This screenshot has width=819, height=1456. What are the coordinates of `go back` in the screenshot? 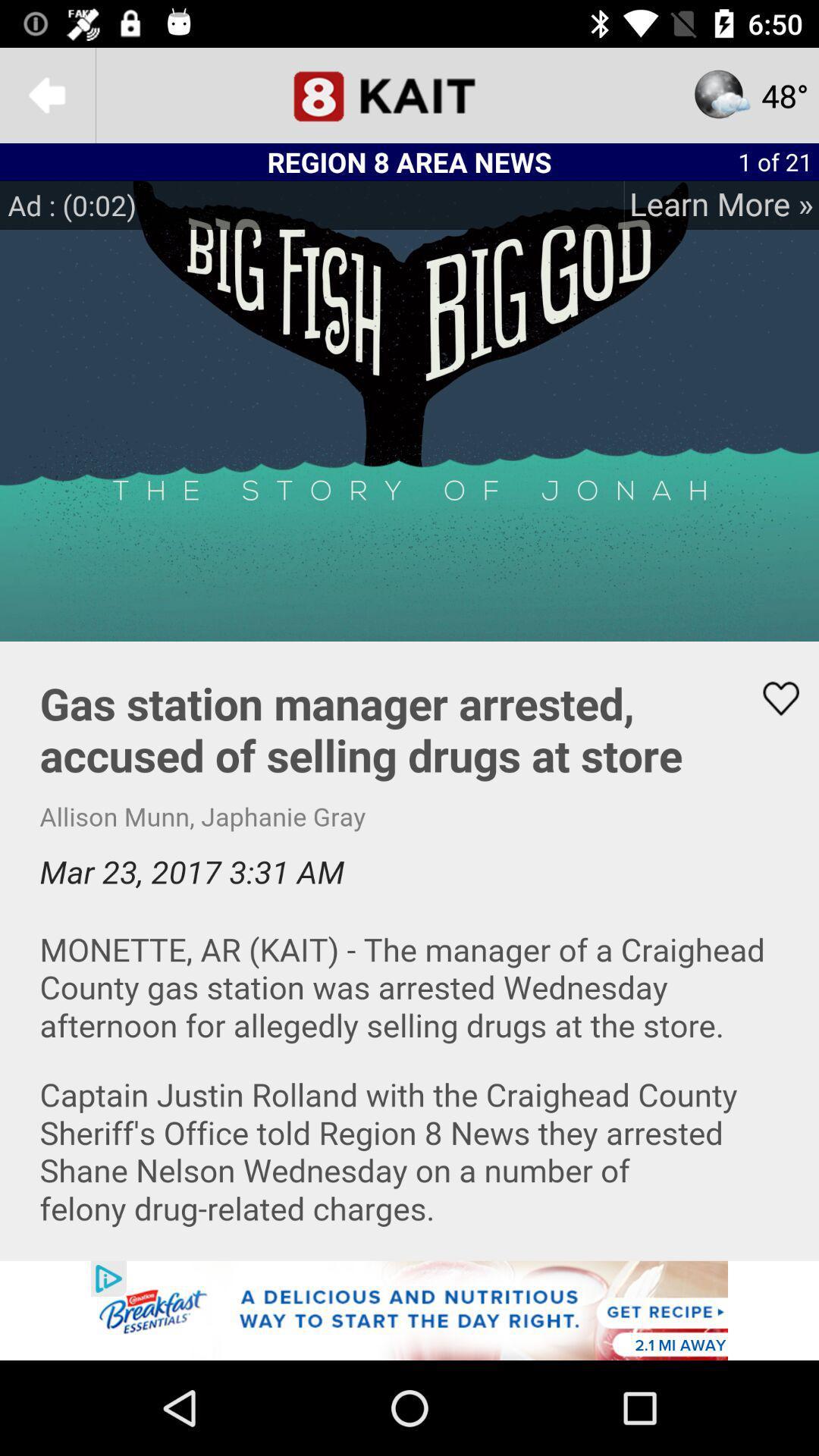 It's located at (46, 94).